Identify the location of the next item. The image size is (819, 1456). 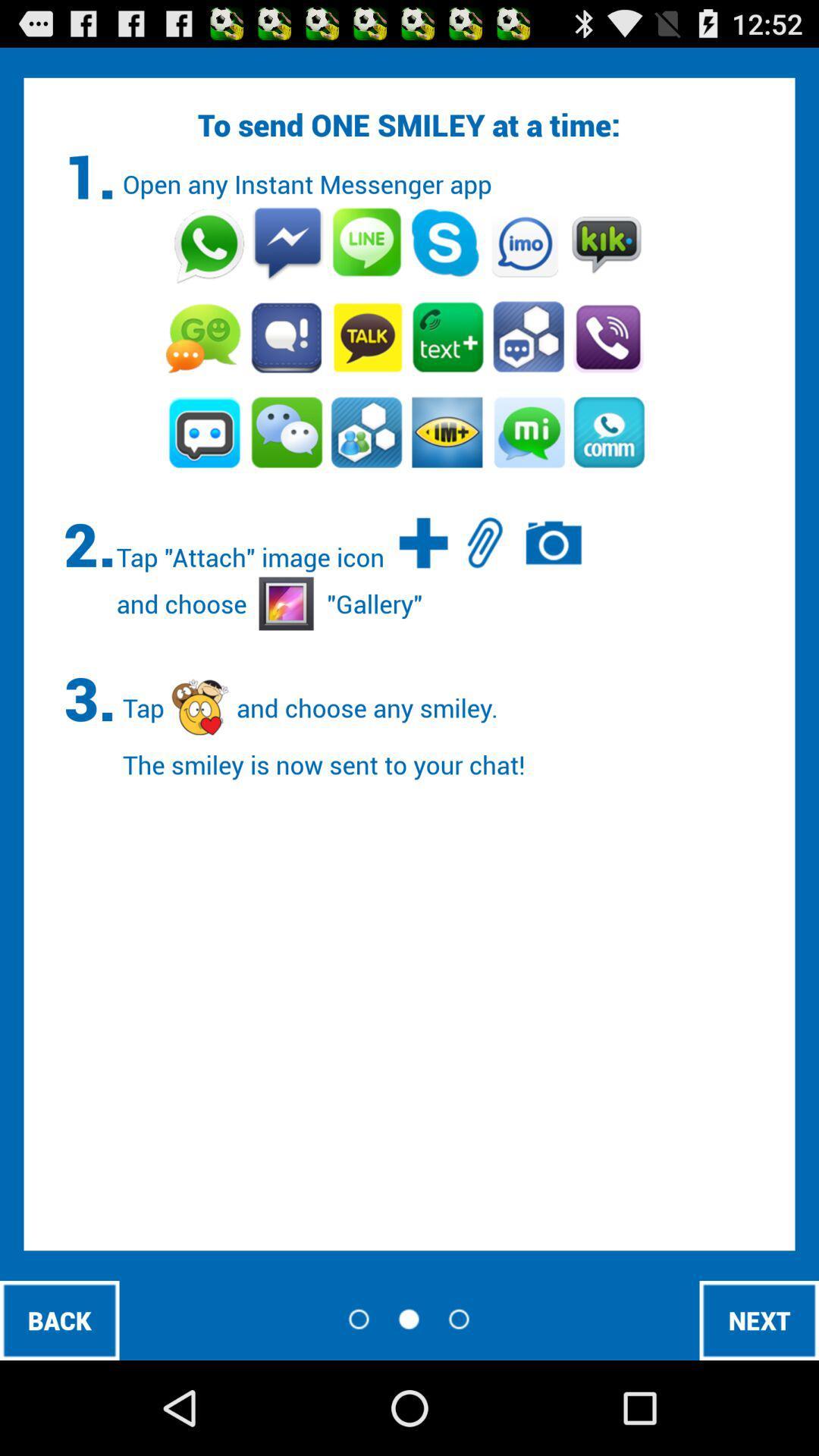
(759, 1319).